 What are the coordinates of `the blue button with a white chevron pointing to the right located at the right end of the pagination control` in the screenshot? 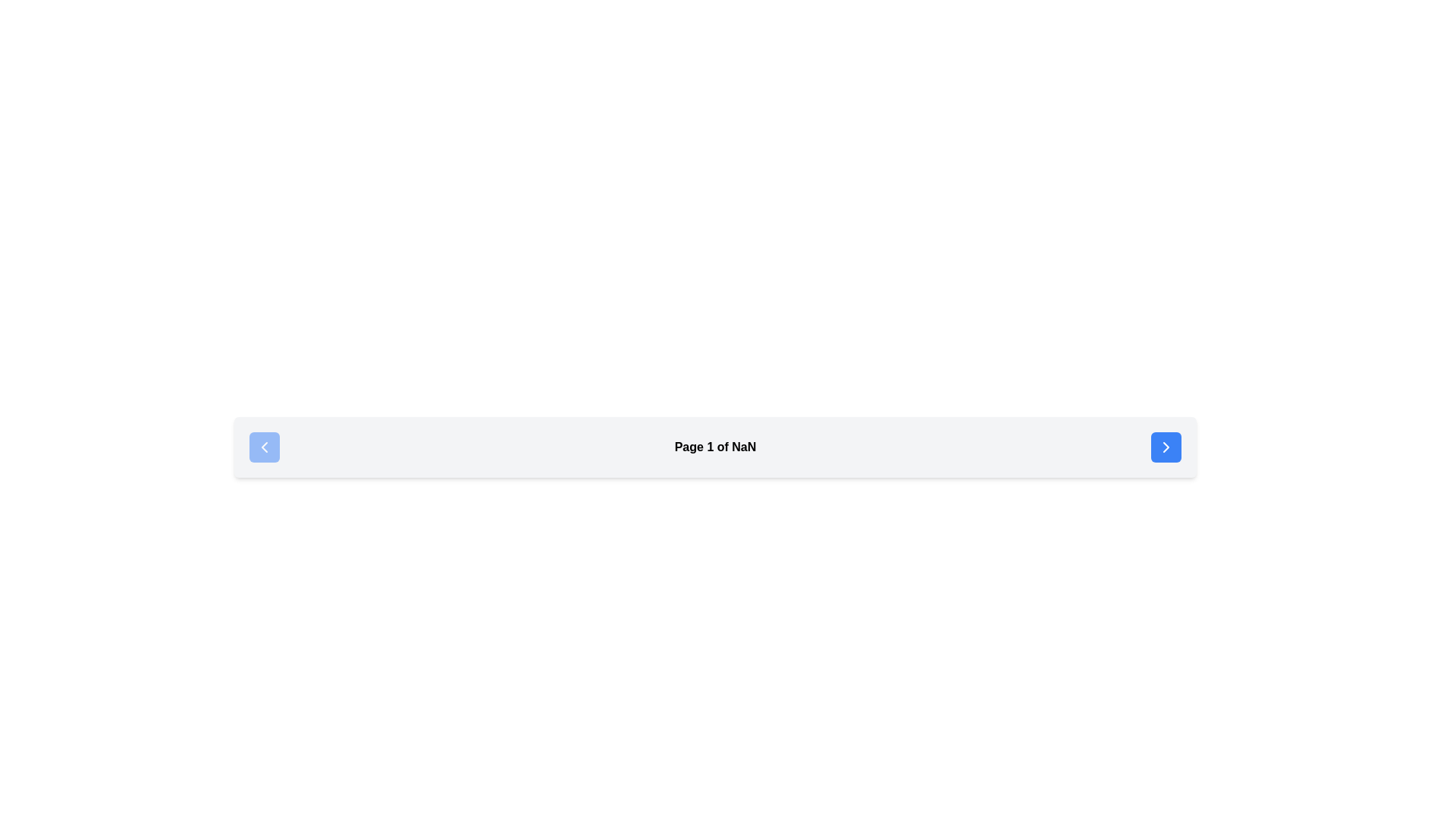 It's located at (1165, 447).